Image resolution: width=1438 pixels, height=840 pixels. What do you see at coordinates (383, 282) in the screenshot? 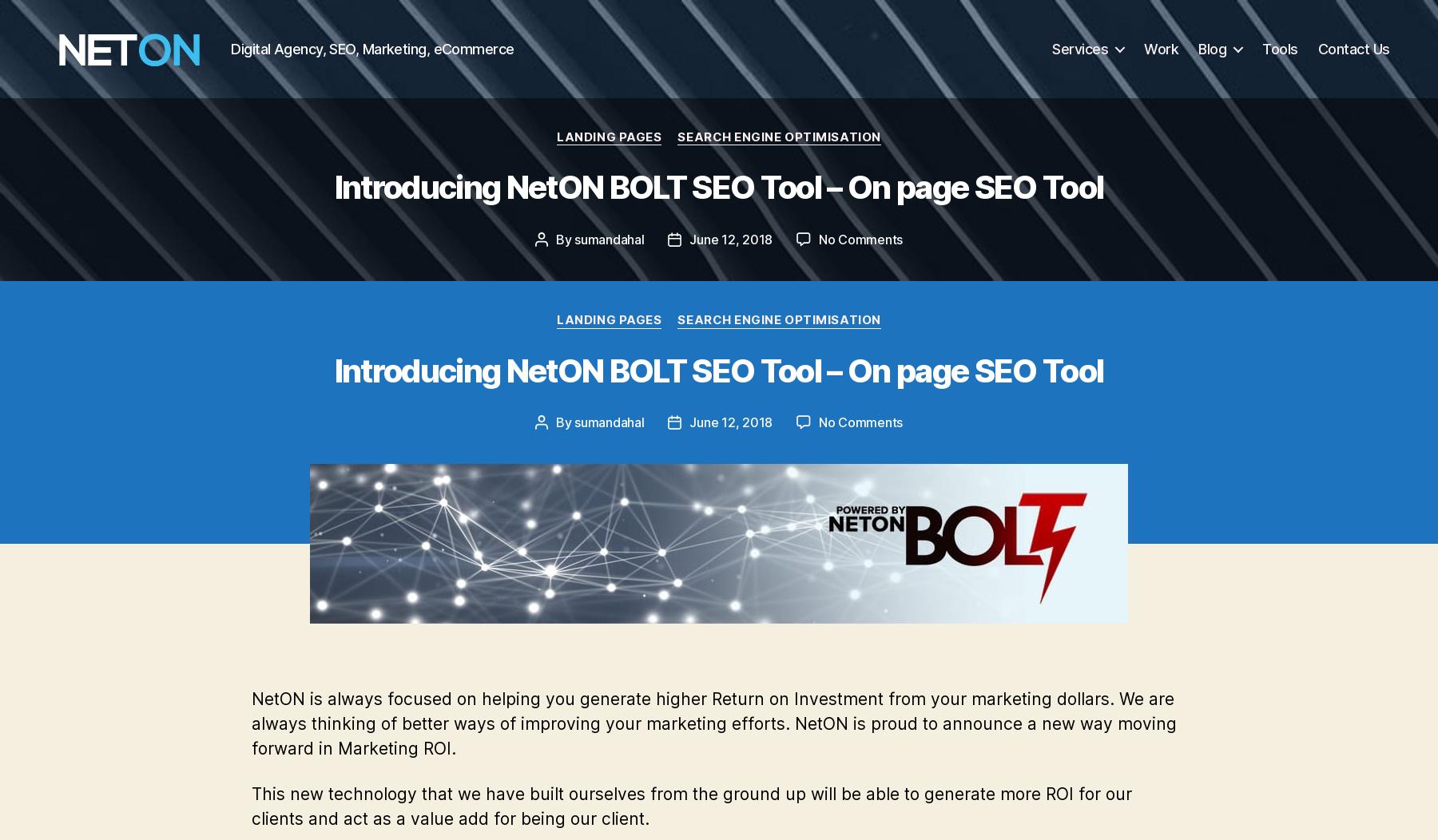
I see `'Checking of title tags in page'` at bounding box center [383, 282].